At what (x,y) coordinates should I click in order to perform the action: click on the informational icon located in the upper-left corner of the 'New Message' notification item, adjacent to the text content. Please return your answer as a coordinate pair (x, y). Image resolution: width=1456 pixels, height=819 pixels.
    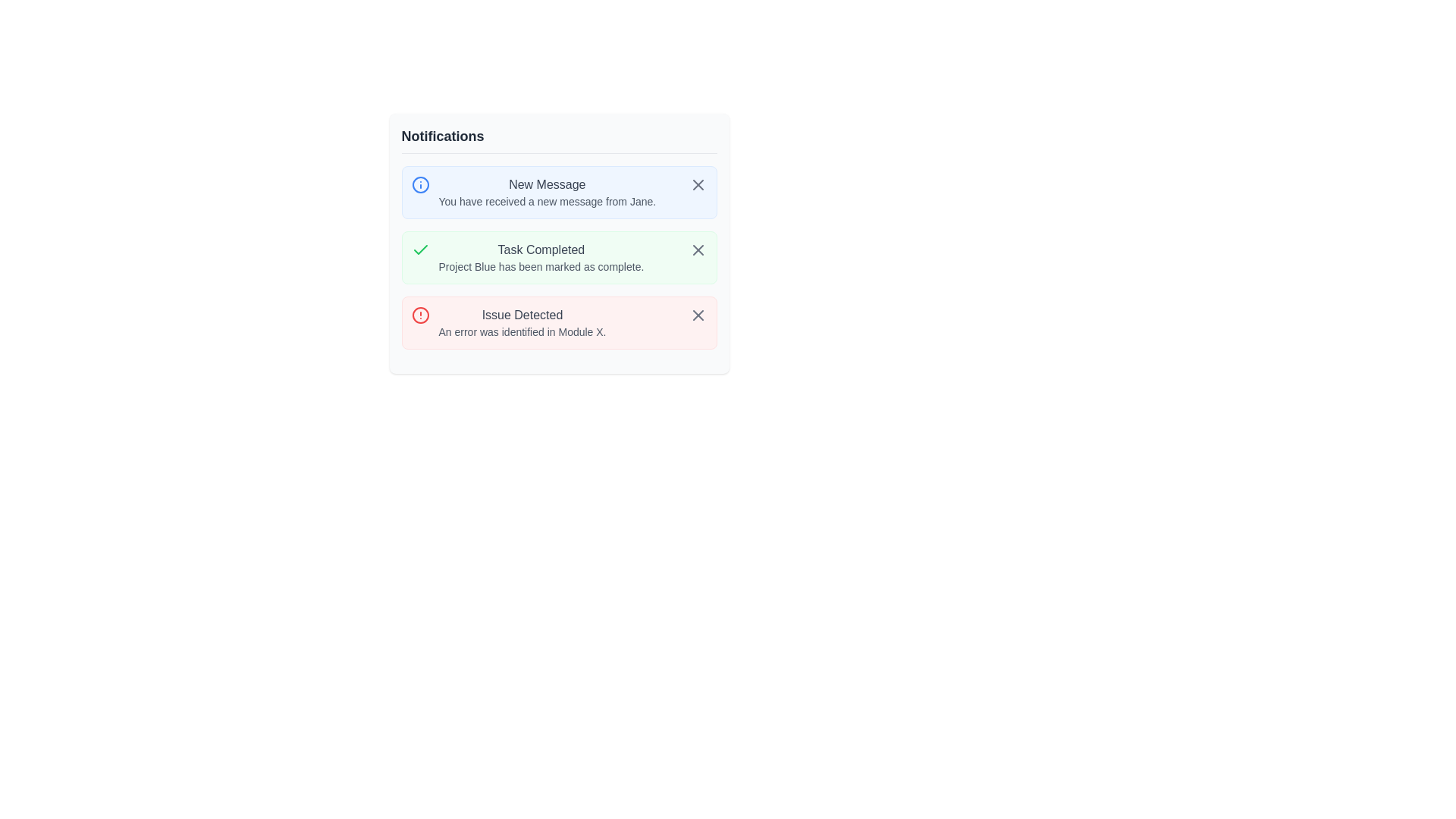
    Looking at the image, I should click on (420, 184).